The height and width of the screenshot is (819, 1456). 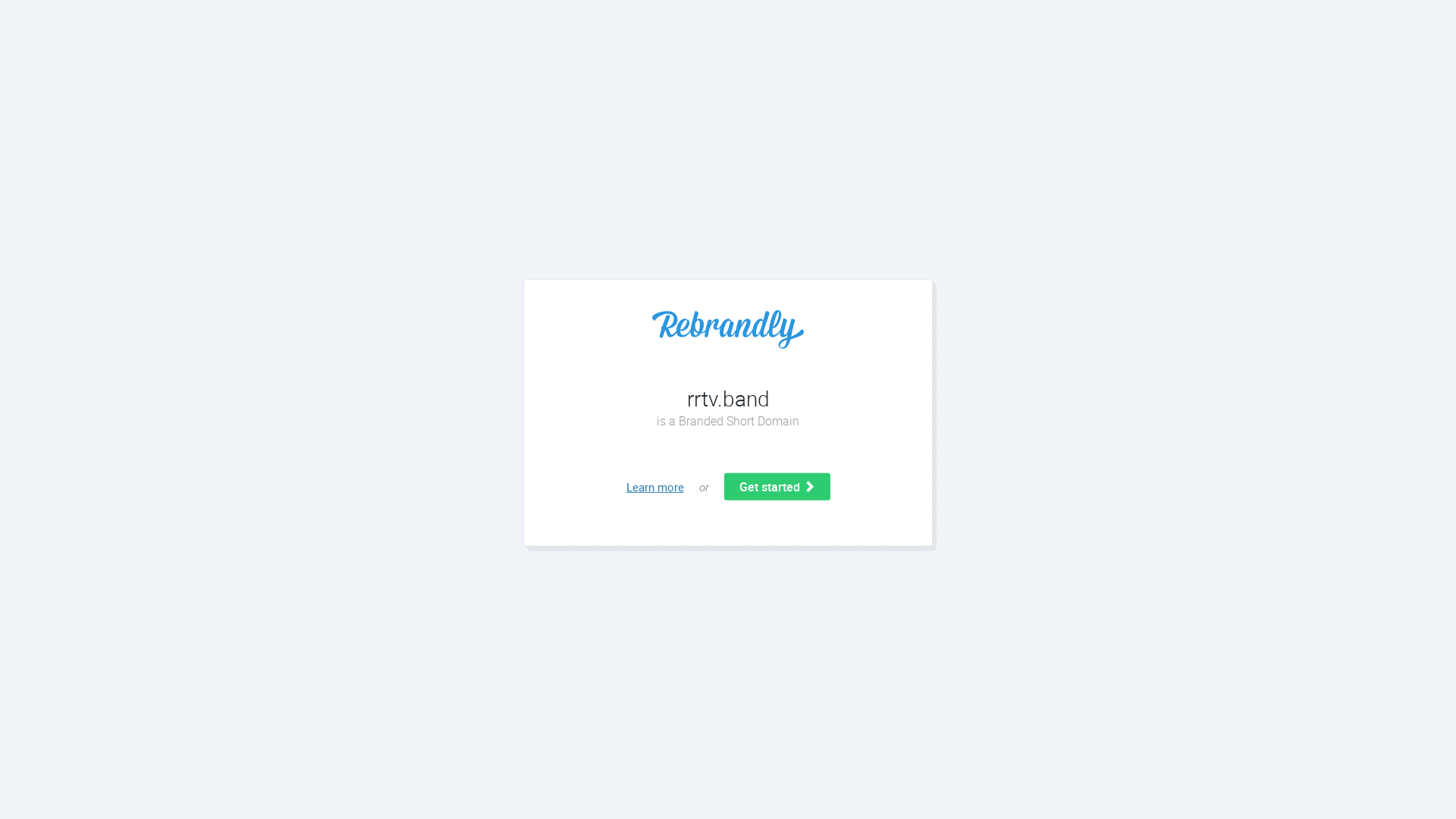 What do you see at coordinates (655, 486) in the screenshot?
I see `'Learn more'` at bounding box center [655, 486].